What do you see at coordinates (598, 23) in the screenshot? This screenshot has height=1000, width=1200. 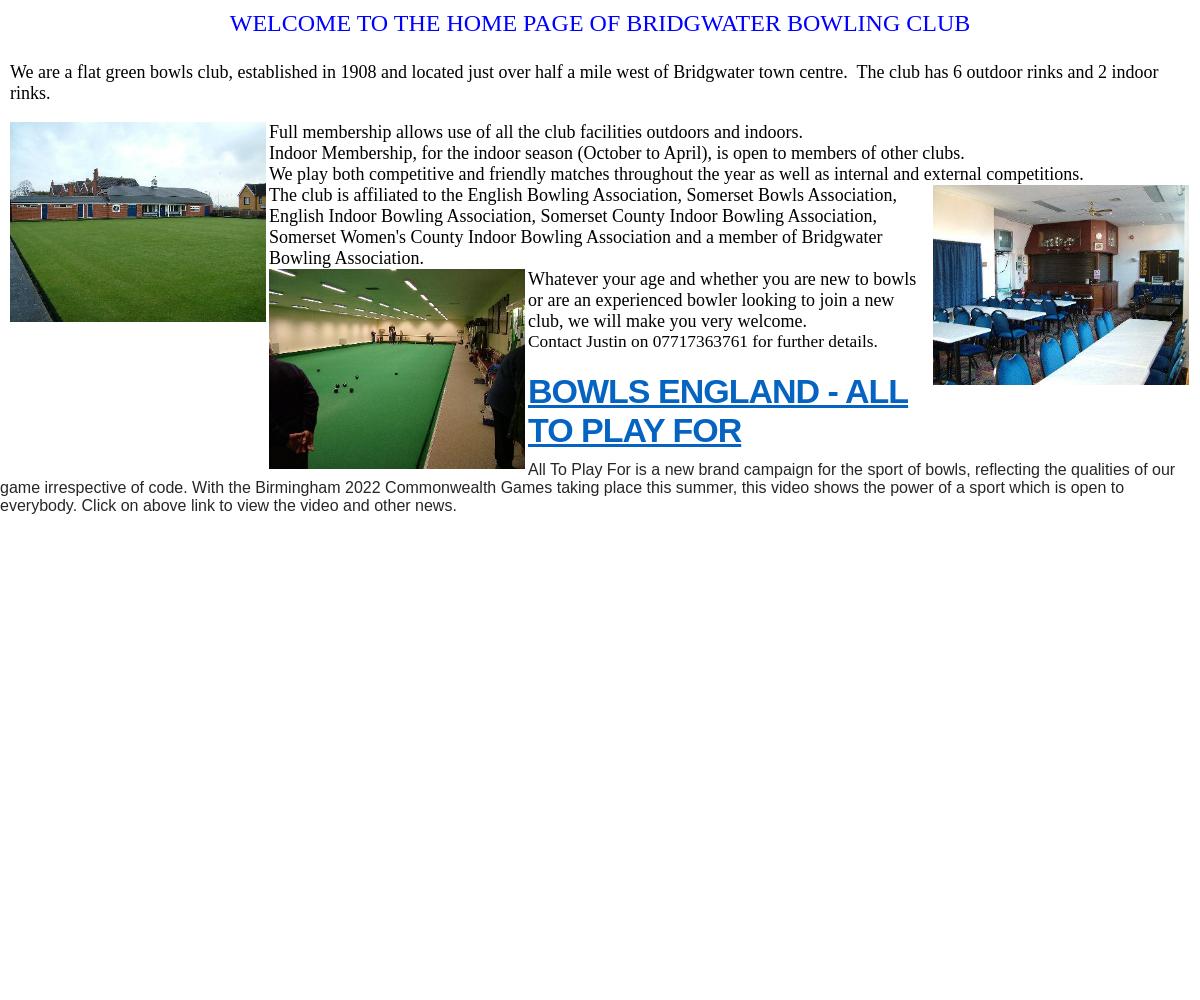 I see `'WELCOME TO THE HOME PAGE OF BRIDGWATER BOWLING
CLUB'` at bounding box center [598, 23].